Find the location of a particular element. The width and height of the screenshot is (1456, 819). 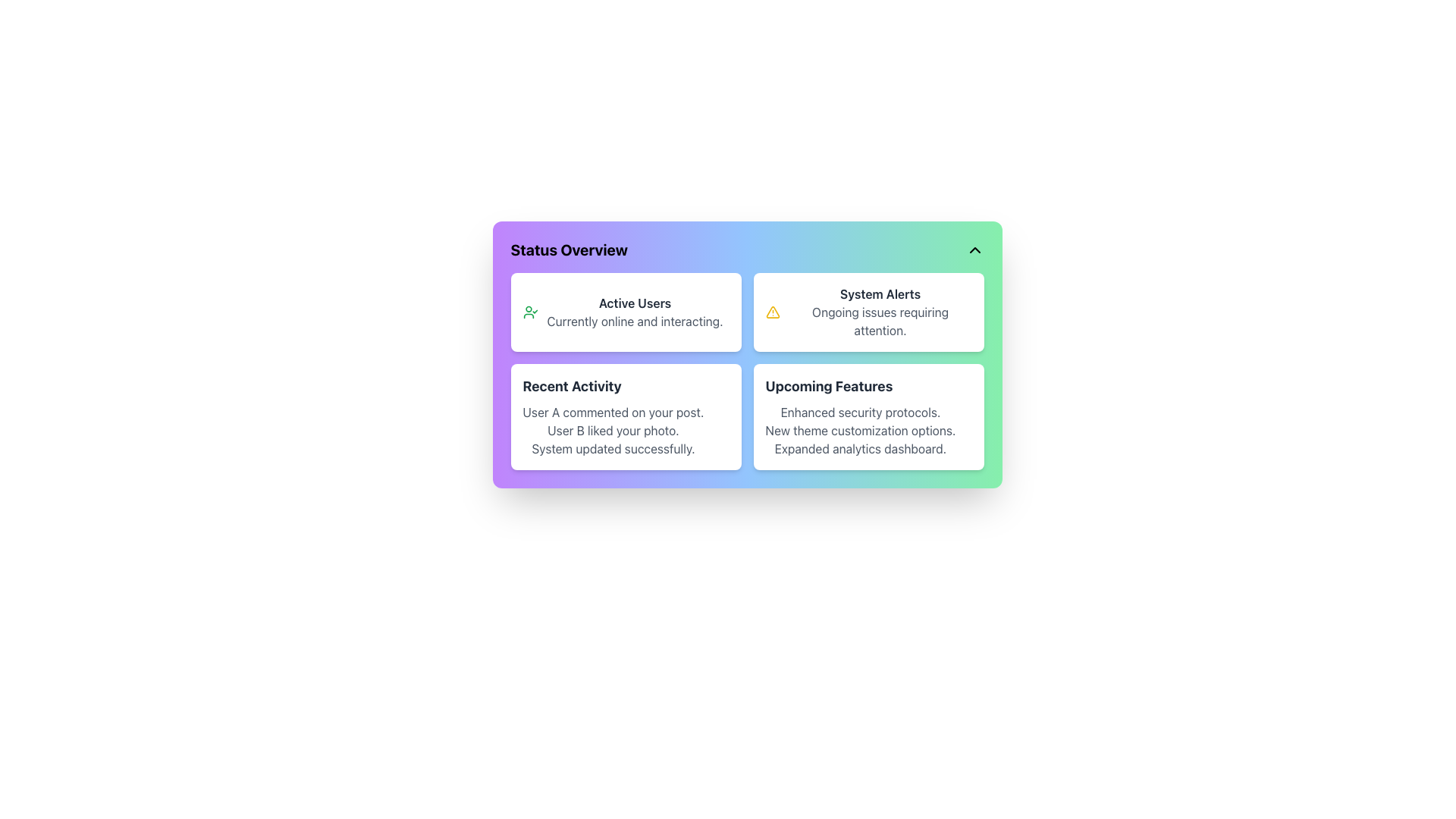

the textual content presenting recent activities located in the 'Recent Activity' section, which is the second element below the title is located at coordinates (613, 430).